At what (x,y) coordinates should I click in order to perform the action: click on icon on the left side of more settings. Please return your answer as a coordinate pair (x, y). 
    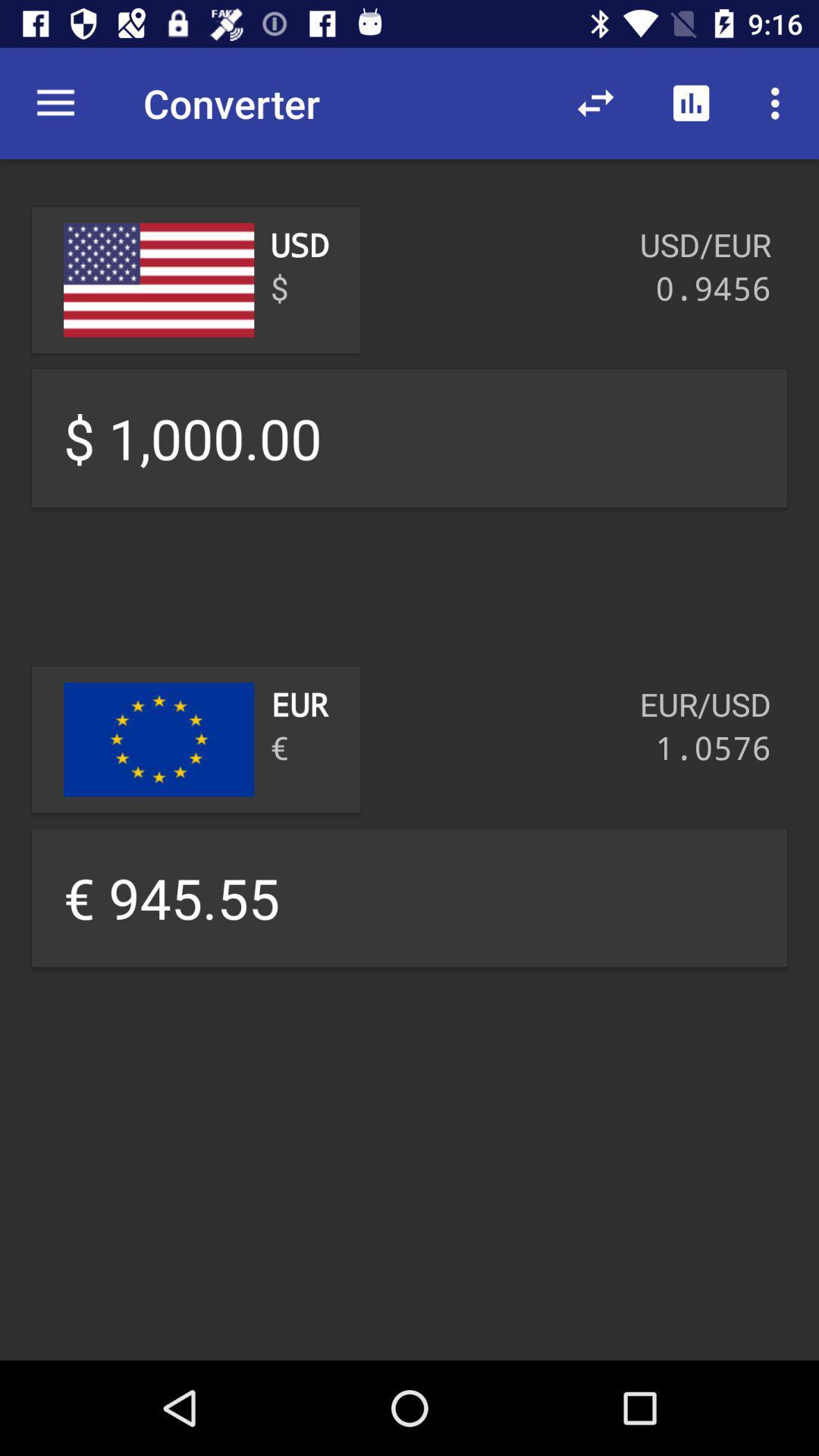
    Looking at the image, I should click on (691, 103).